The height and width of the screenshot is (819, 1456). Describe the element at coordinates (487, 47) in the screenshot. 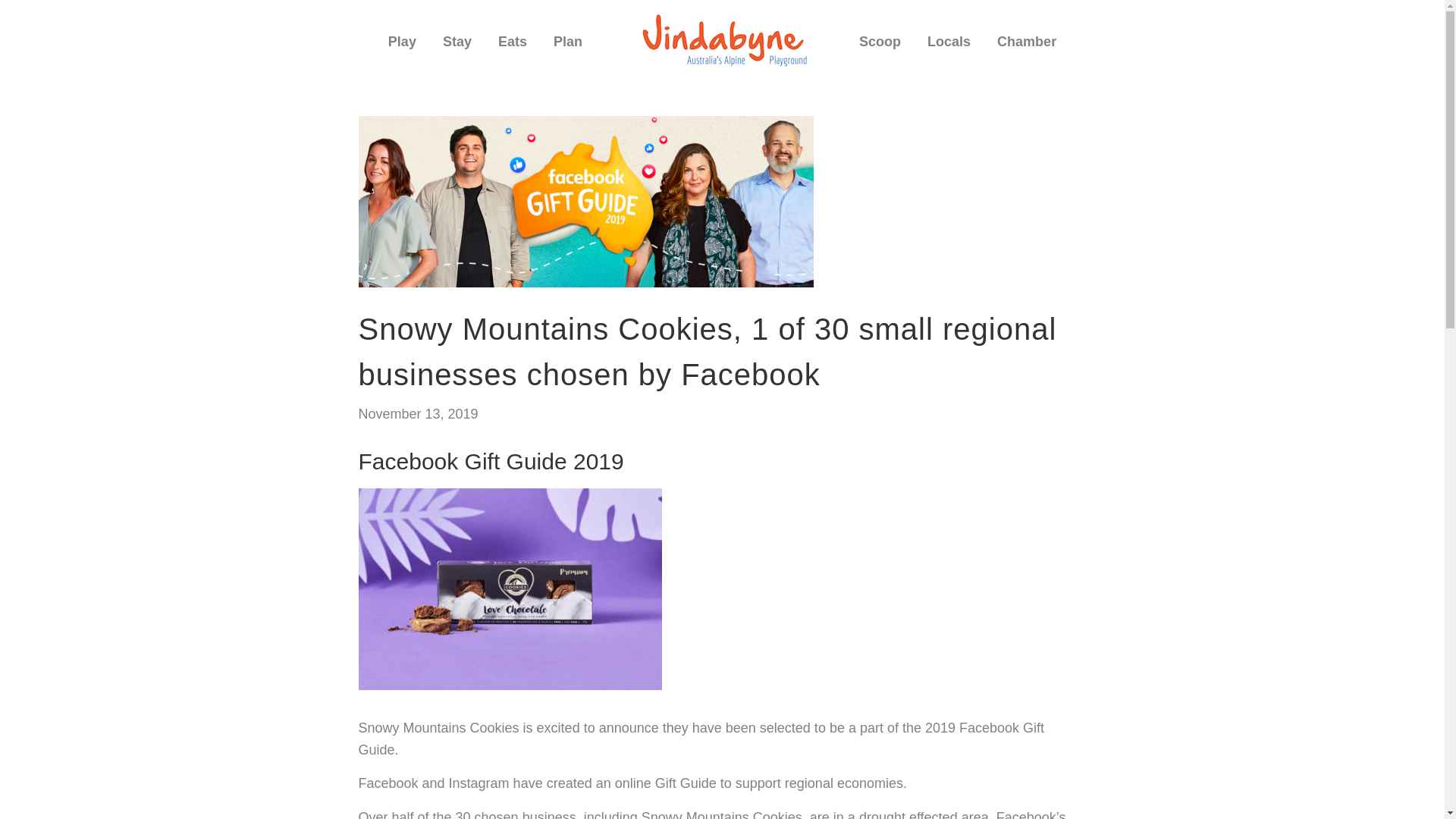

I see `'Eats'` at that location.